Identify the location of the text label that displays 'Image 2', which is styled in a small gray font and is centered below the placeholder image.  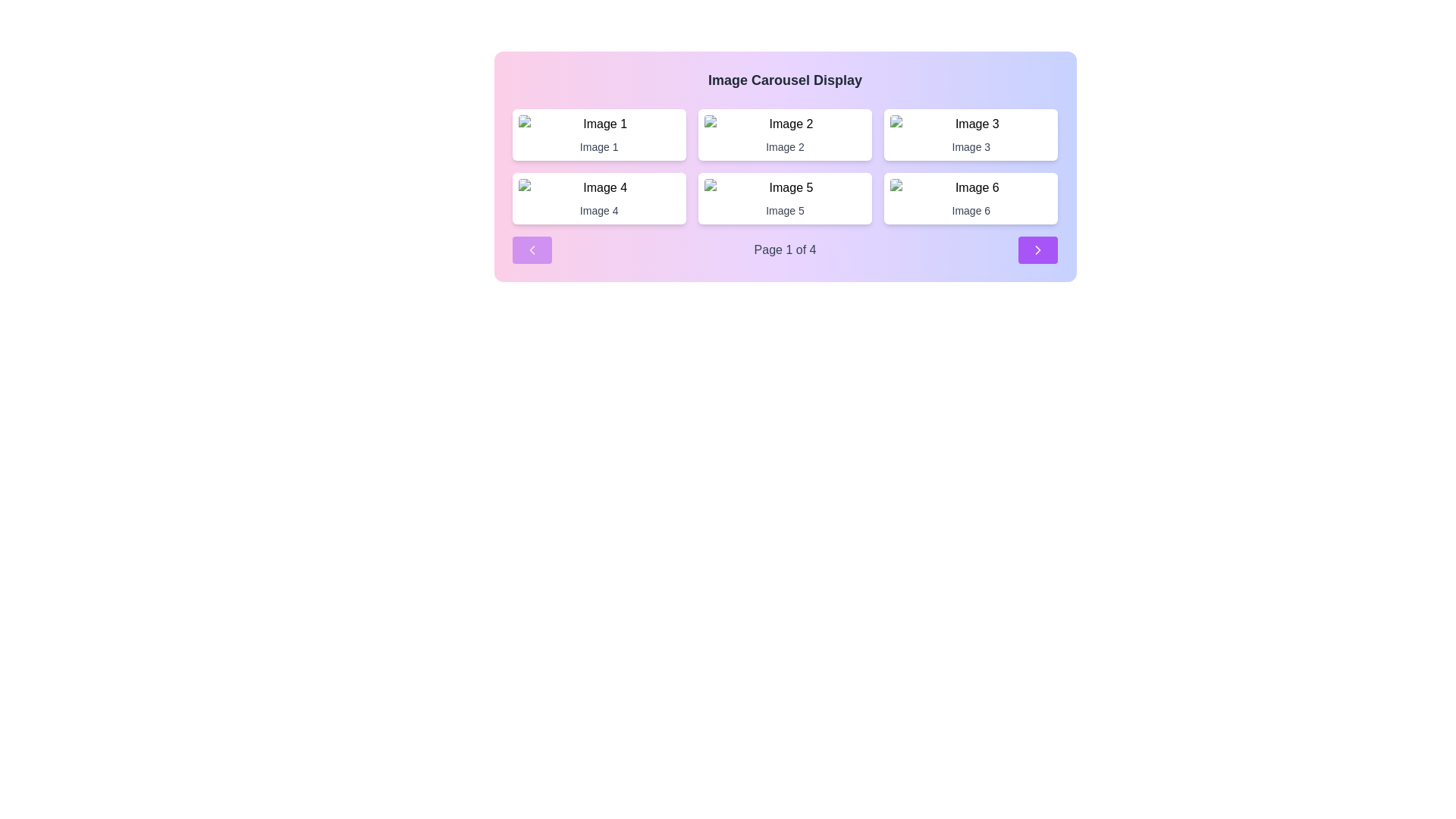
(785, 146).